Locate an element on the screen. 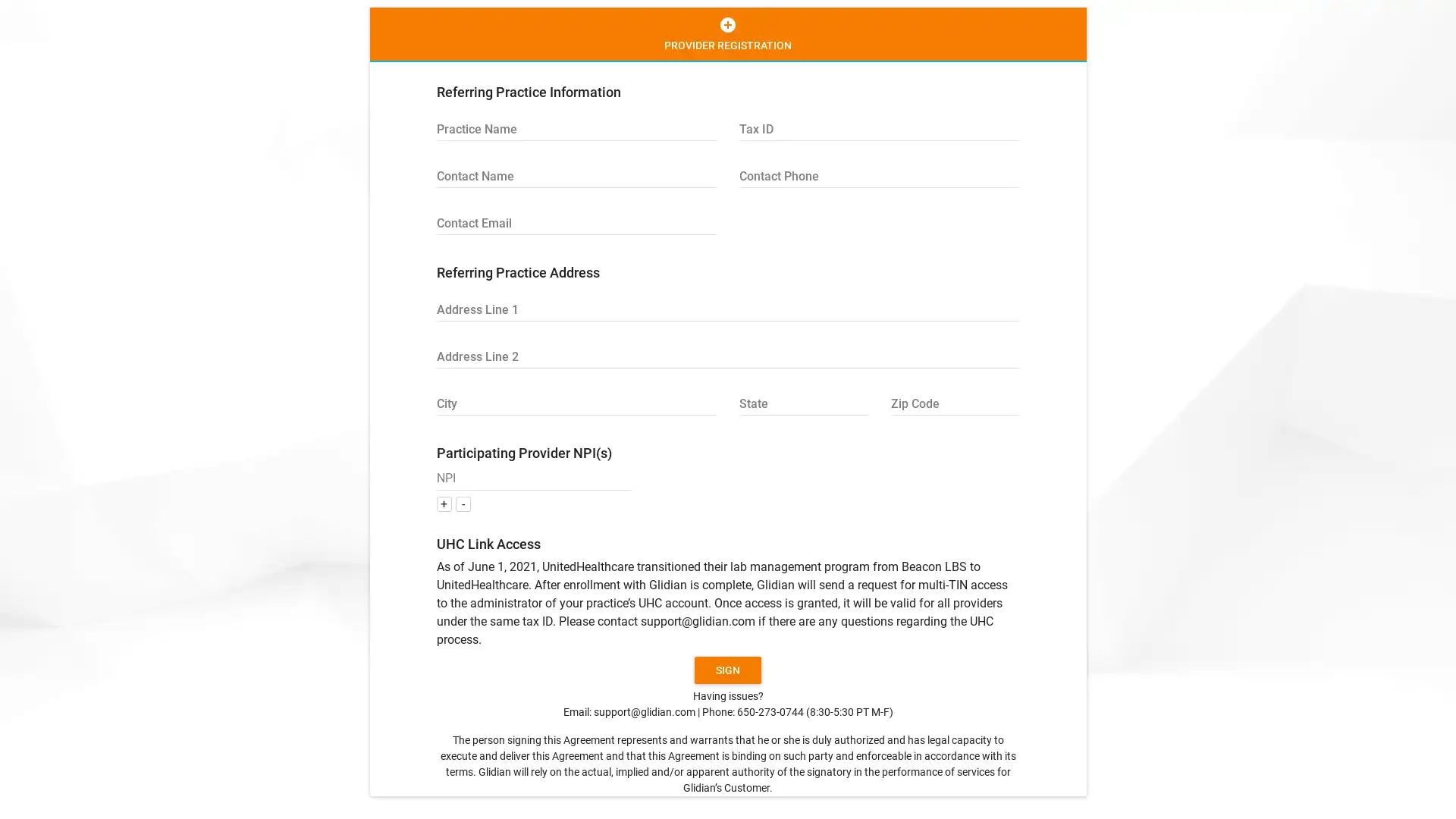 This screenshot has width=1456, height=819. SIGN is located at coordinates (728, 669).